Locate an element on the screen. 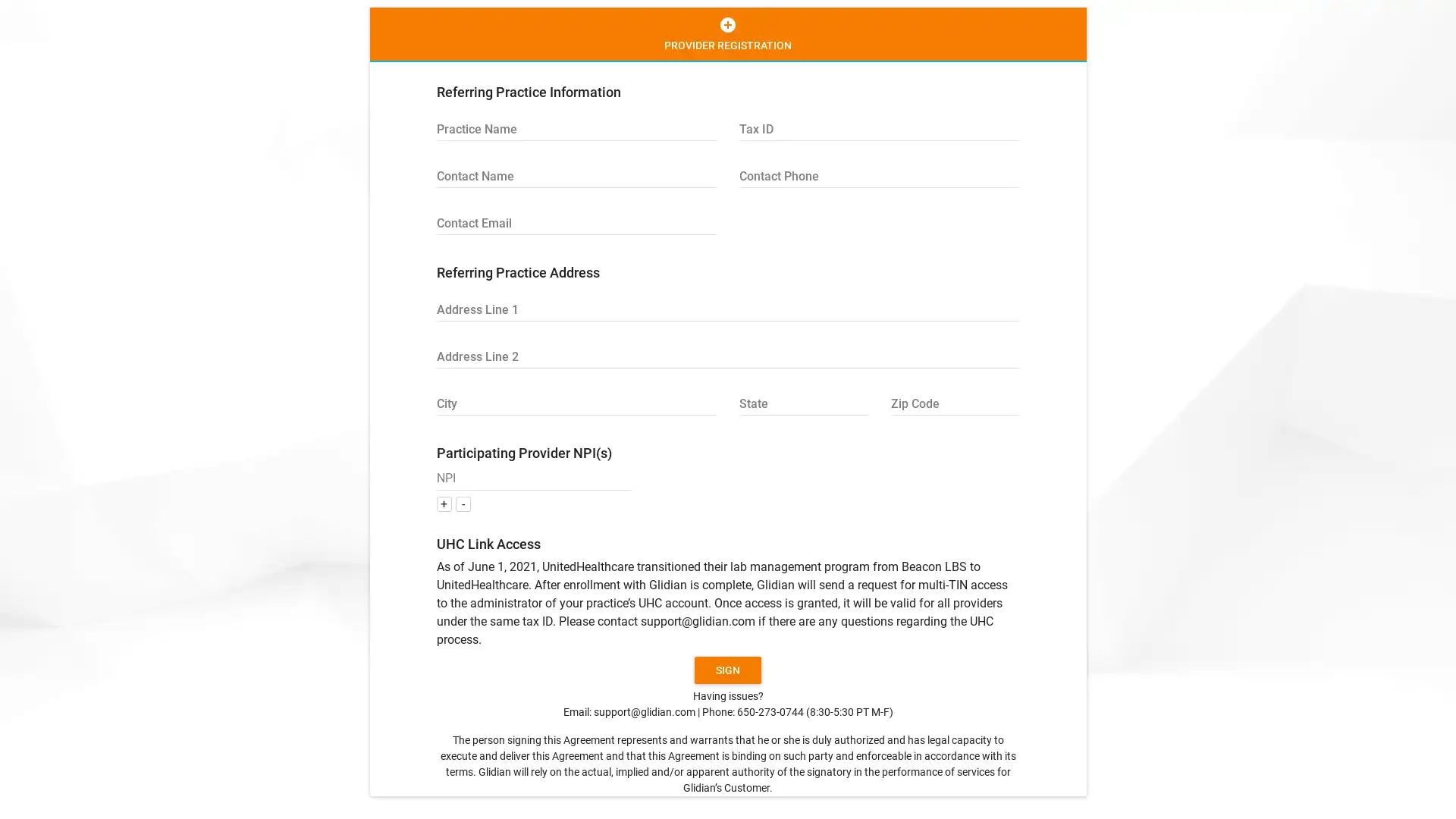 This screenshot has width=1456, height=819. SIGN is located at coordinates (728, 669).